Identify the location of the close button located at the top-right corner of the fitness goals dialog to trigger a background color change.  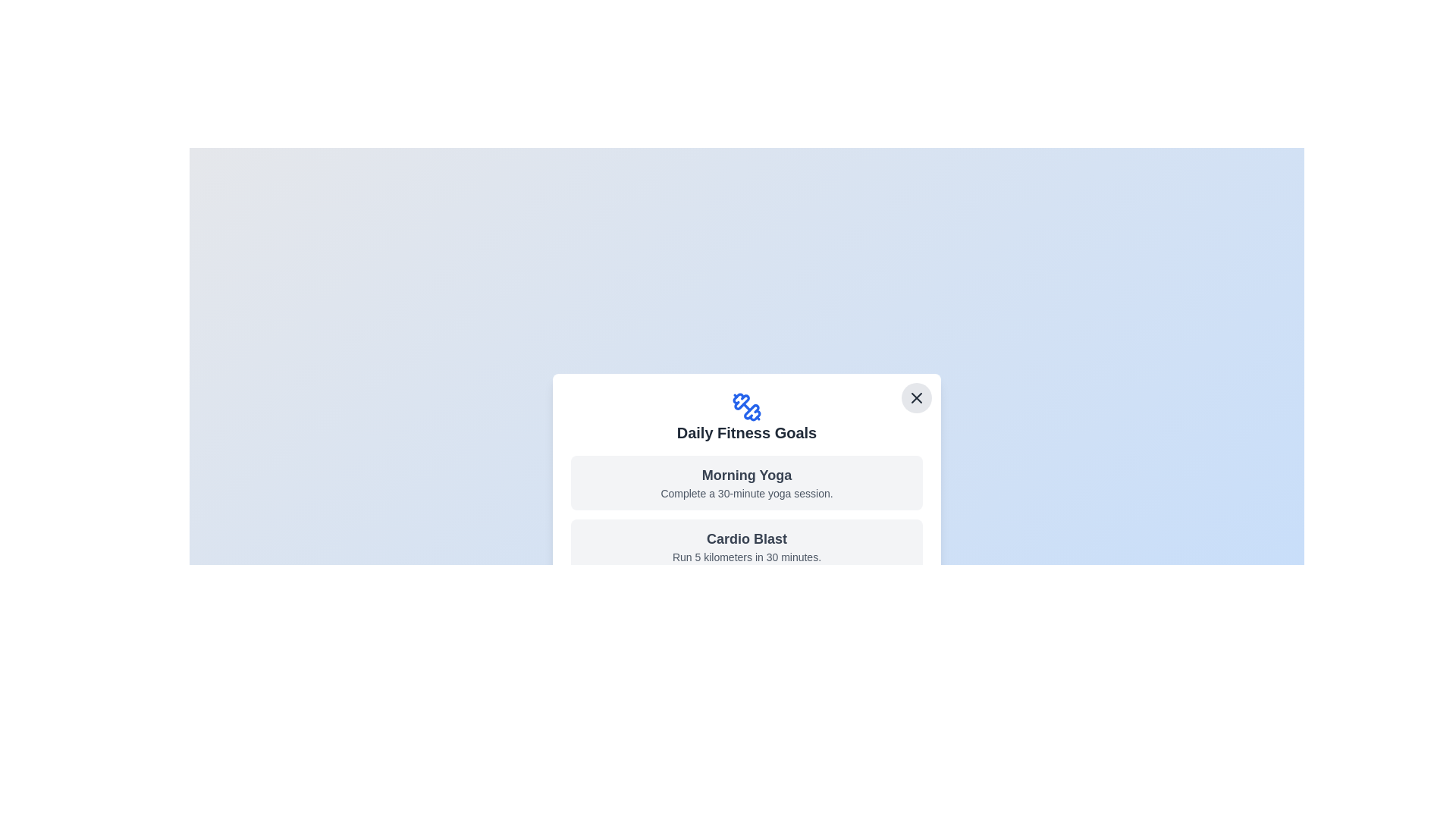
(916, 397).